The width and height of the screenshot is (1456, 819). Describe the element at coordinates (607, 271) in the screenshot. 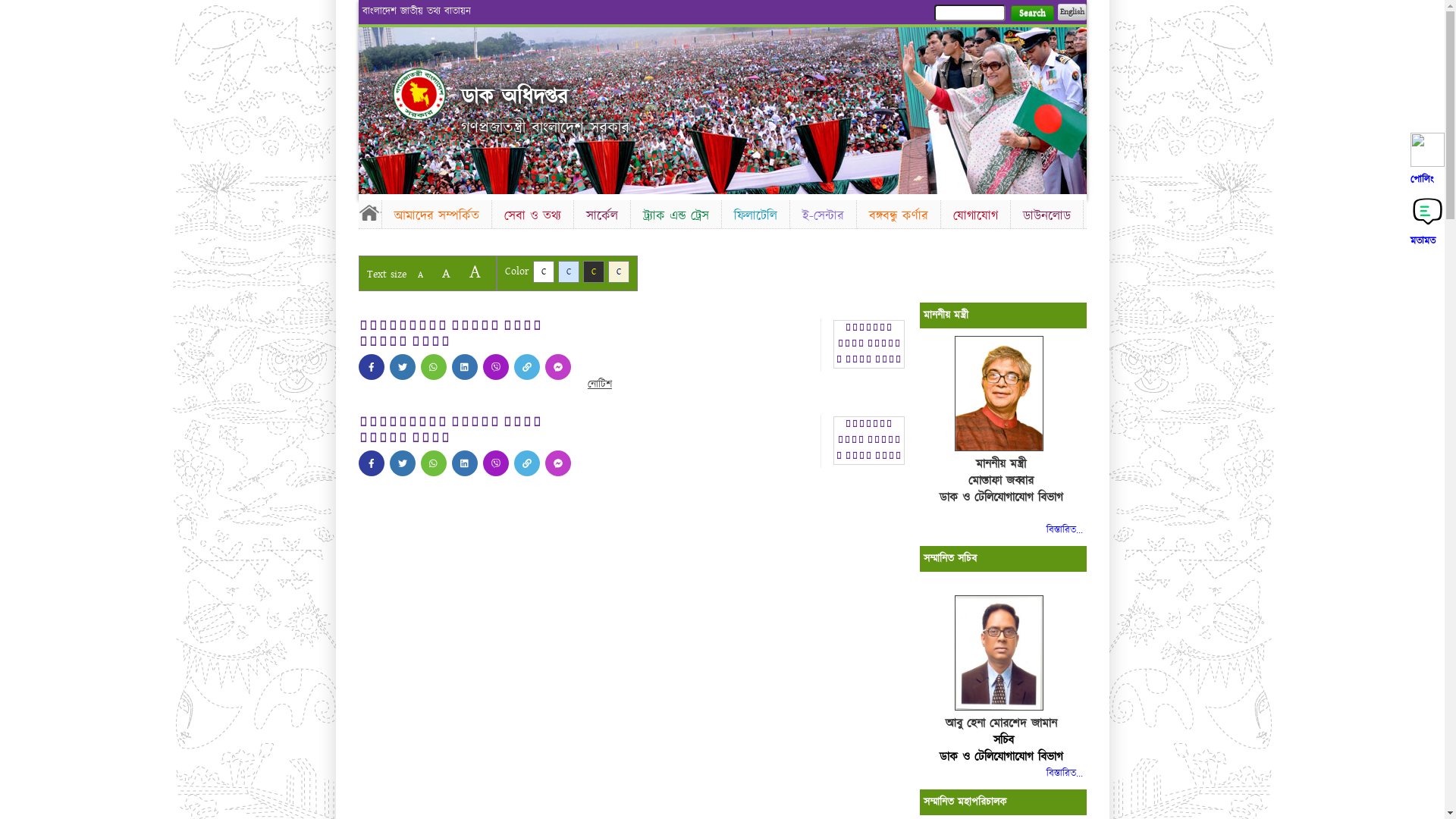

I see `'C'` at that location.